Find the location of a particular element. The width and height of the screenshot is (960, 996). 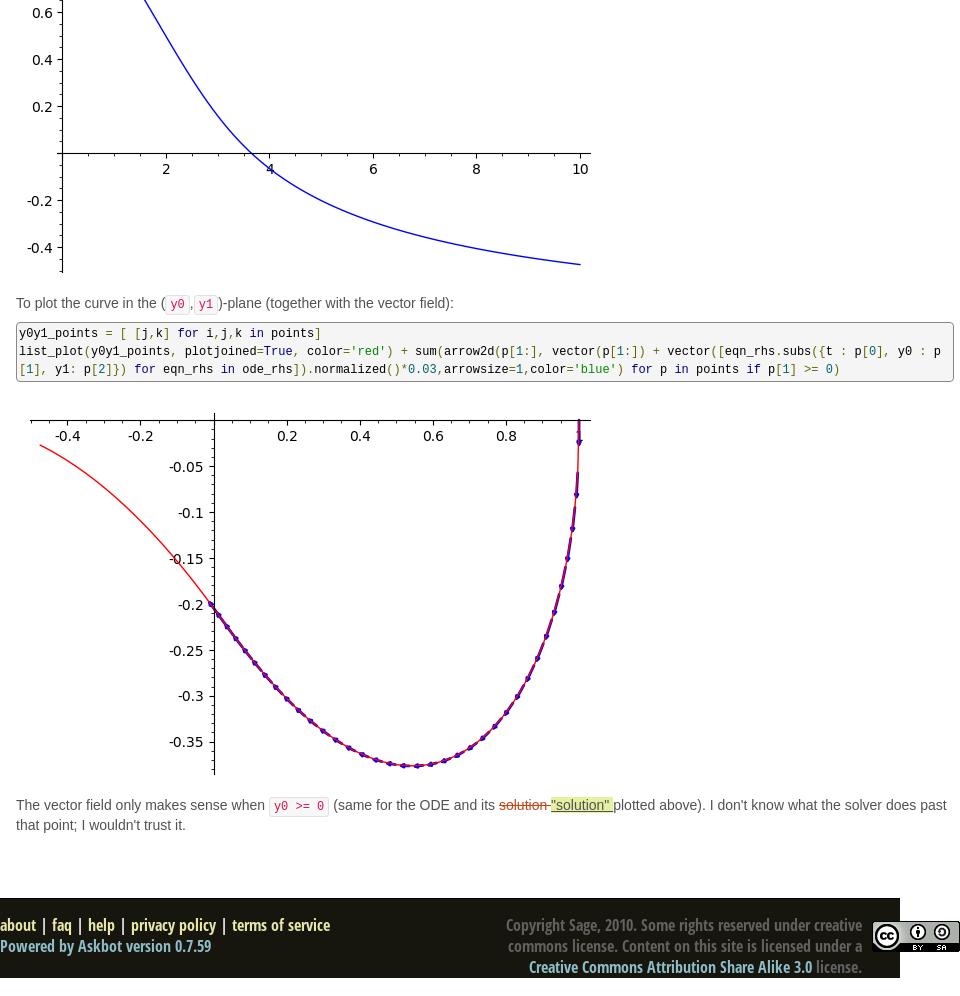

'about' is located at coordinates (16, 924).